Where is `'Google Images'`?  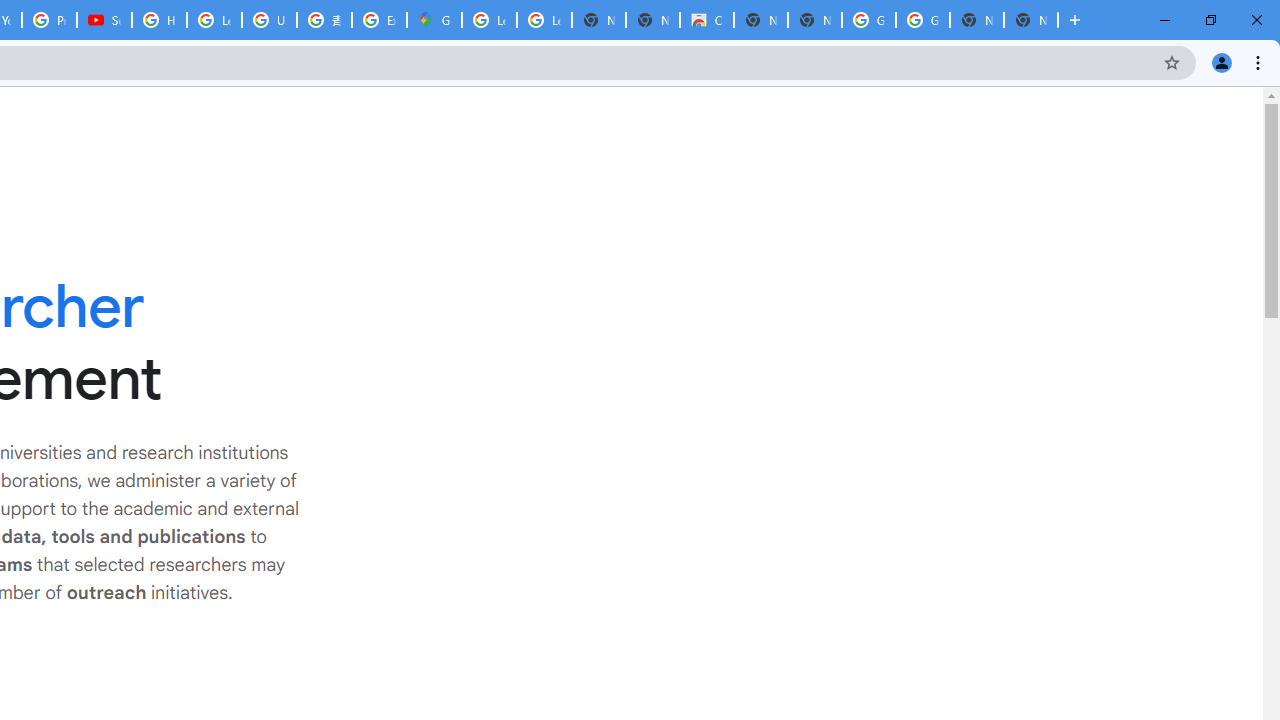
'Google Images' is located at coordinates (869, 20).